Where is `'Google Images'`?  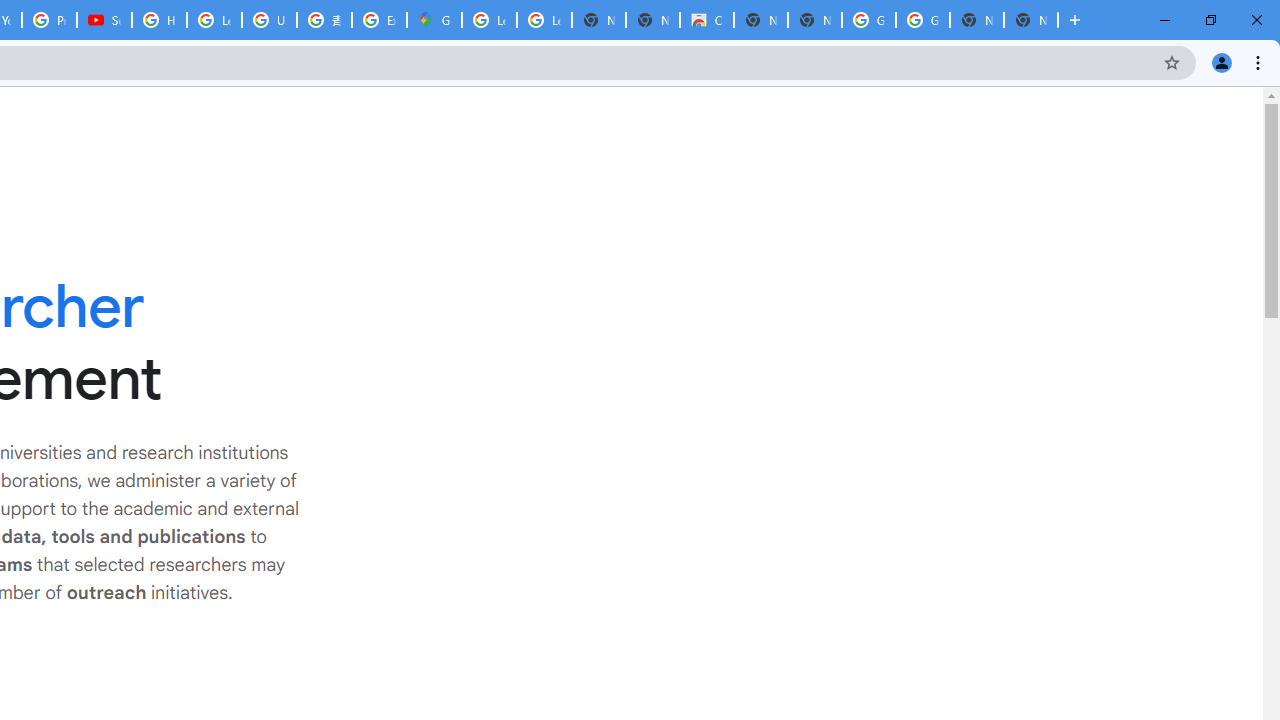
'Google Images' is located at coordinates (869, 20).